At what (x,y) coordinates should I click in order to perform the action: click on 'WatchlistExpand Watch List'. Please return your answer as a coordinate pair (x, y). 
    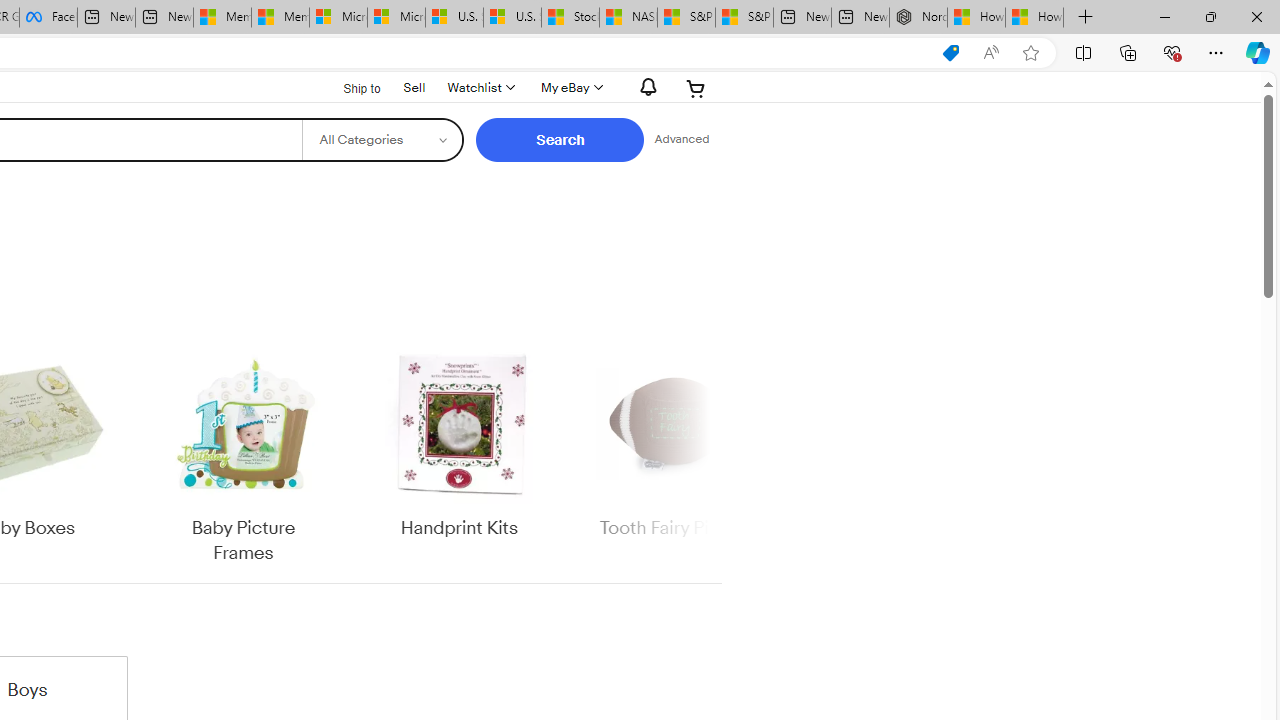
    Looking at the image, I should click on (480, 87).